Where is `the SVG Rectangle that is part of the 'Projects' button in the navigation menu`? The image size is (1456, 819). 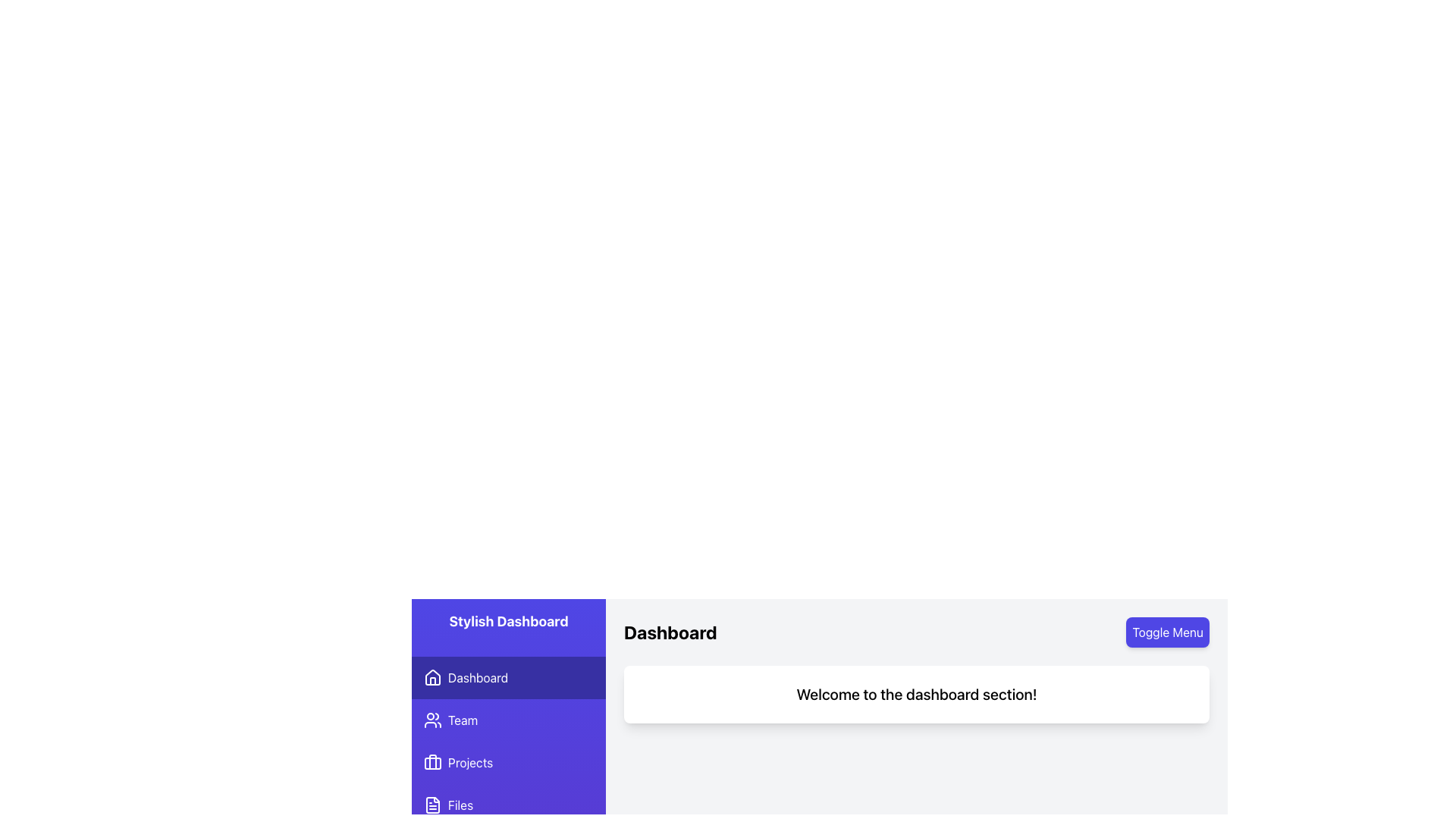 the SVG Rectangle that is part of the 'Projects' button in the navigation menu is located at coordinates (432, 763).